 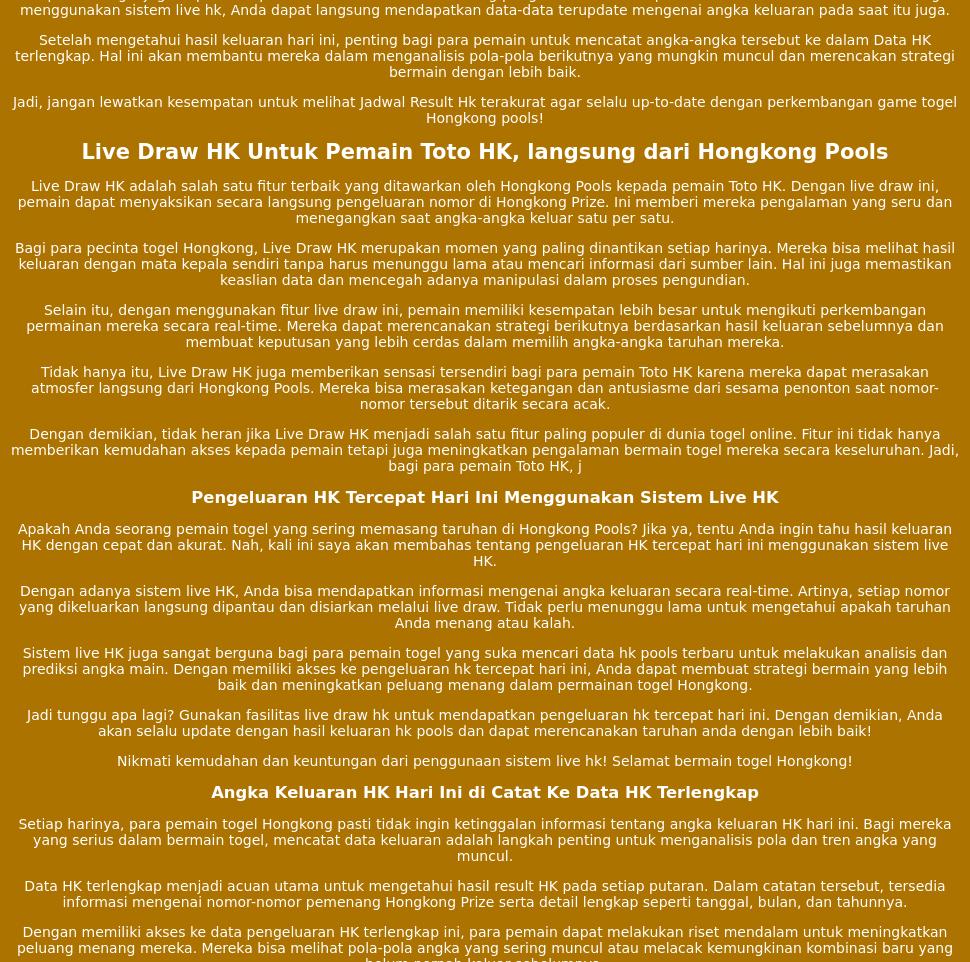 I want to click on 'Tidak hanya itu, Live Draw HK juga memberikan sensasi tersendiri bagi para pemain Toto HK karena mereka dapat merasakan atmosfer langsung dari Hongkong Pools. Mereka bisa merasakan ketegangan dan antusiasme dari sesama penonton saat nomor-nomor tersebut ditarik secara acak.', so click(x=483, y=386).